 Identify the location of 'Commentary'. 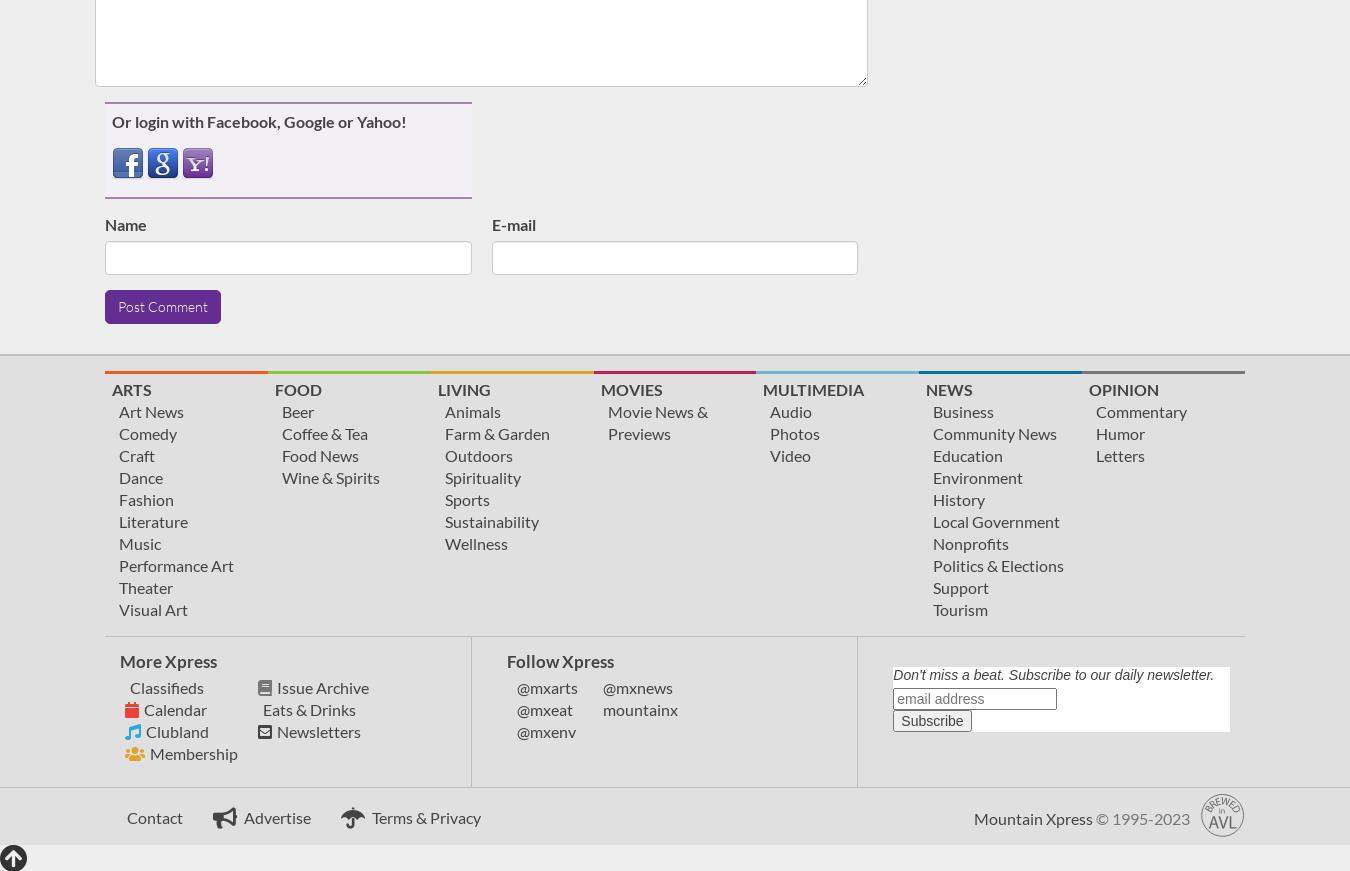
(1096, 410).